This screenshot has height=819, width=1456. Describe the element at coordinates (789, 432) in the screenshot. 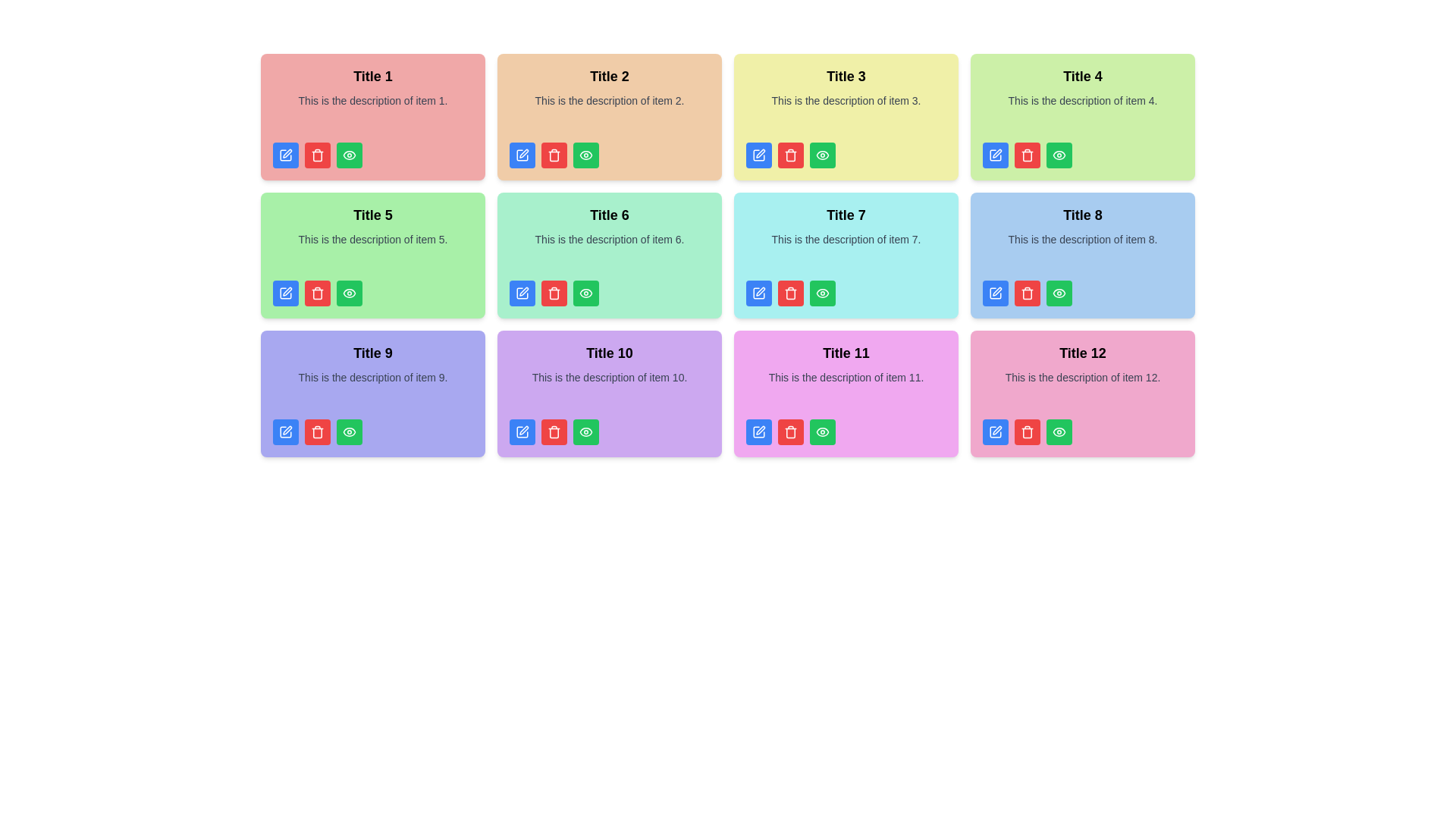

I see `the red trash bin icon, which is the second icon from the left in the icon group of the card labeled 'Title 11'` at that location.